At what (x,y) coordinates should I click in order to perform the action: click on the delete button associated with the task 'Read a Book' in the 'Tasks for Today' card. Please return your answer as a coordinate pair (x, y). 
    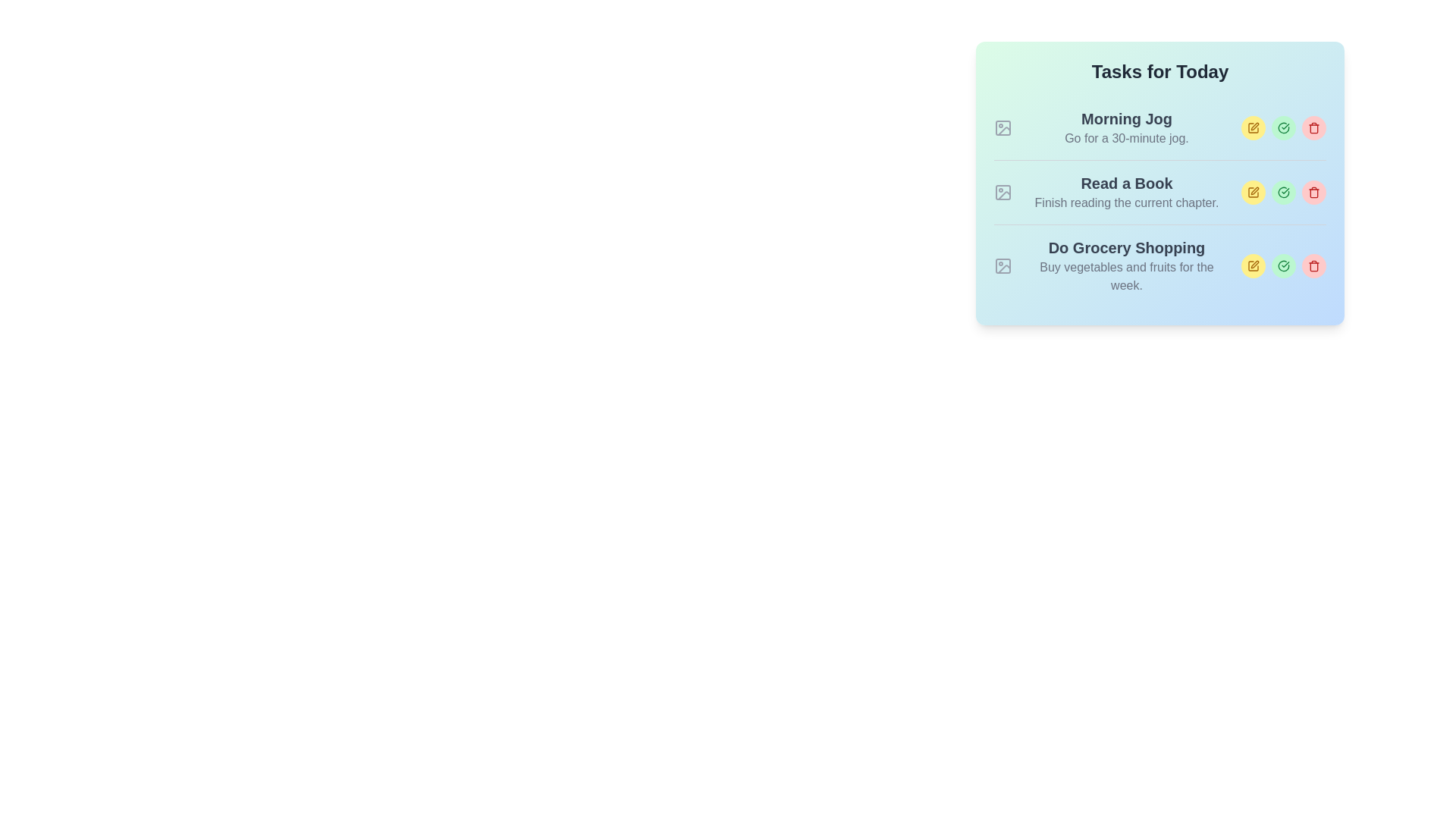
    Looking at the image, I should click on (1313, 192).